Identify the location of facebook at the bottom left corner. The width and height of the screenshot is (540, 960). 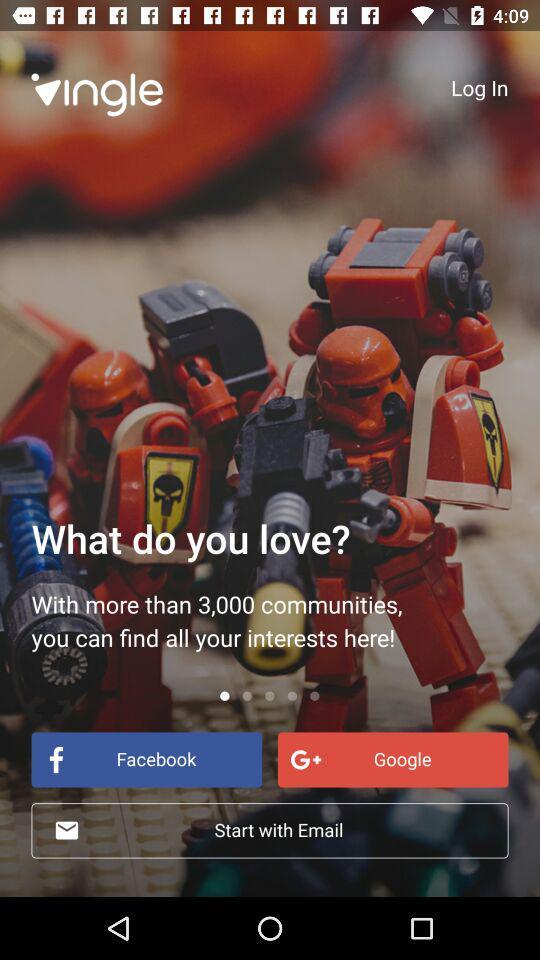
(145, 758).